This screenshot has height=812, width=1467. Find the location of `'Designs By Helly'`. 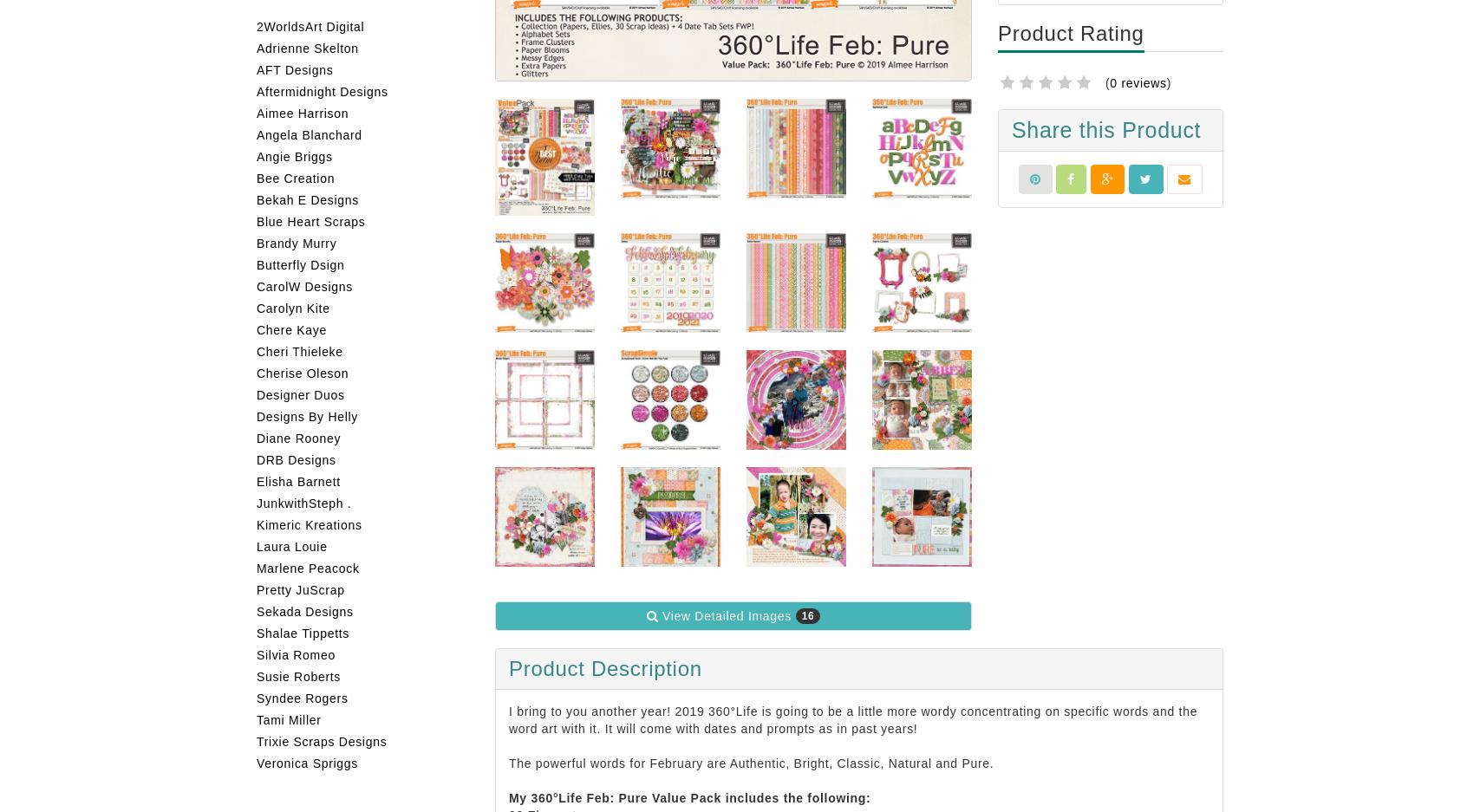

'Designs By Helly' is located at coordinates (255, 416).